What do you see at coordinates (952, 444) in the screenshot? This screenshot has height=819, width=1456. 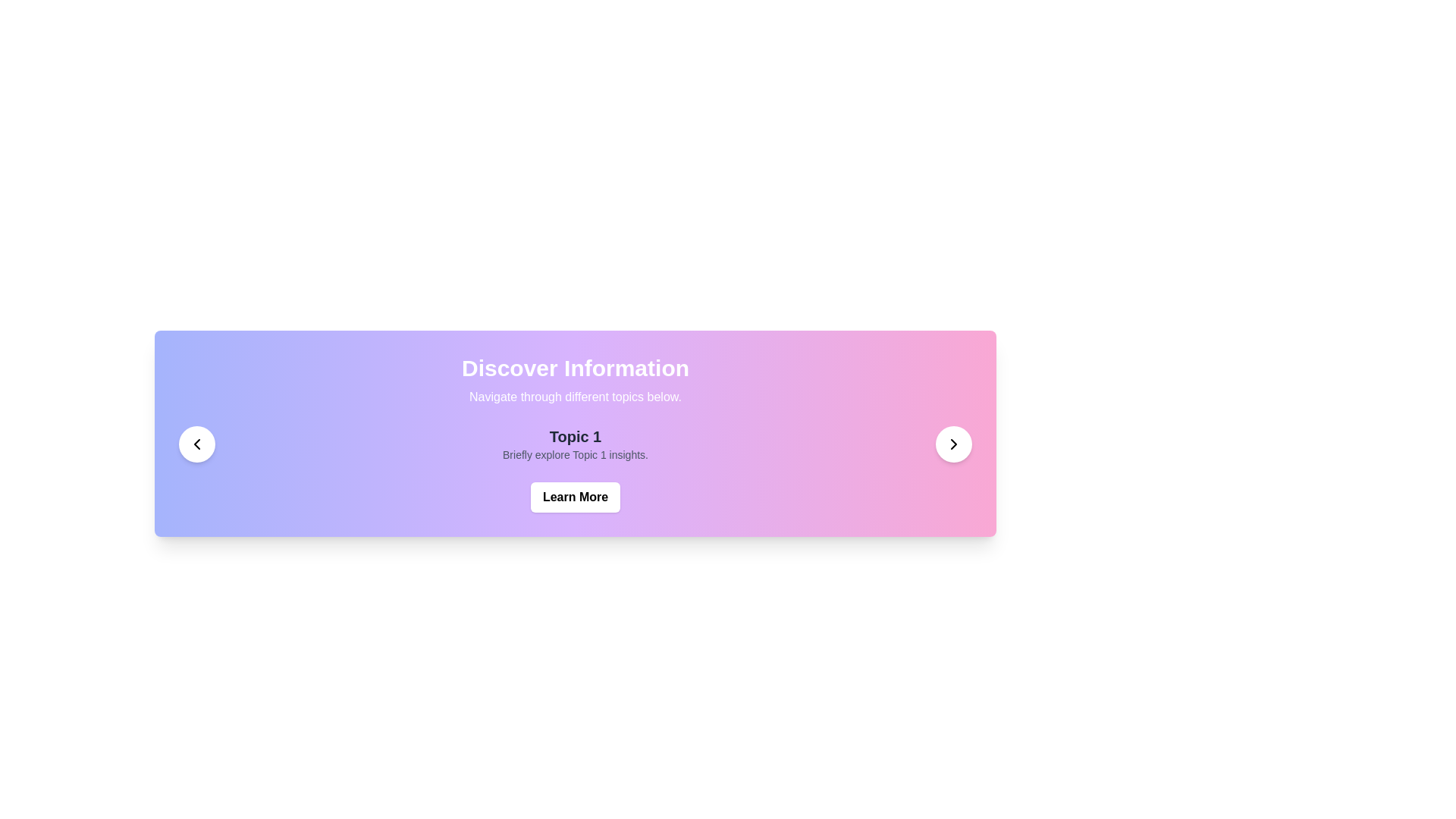 I see `the rightward-pointing arrow SVG icon located within the circular button on the right side of the card` at bounding box center [952, 444].